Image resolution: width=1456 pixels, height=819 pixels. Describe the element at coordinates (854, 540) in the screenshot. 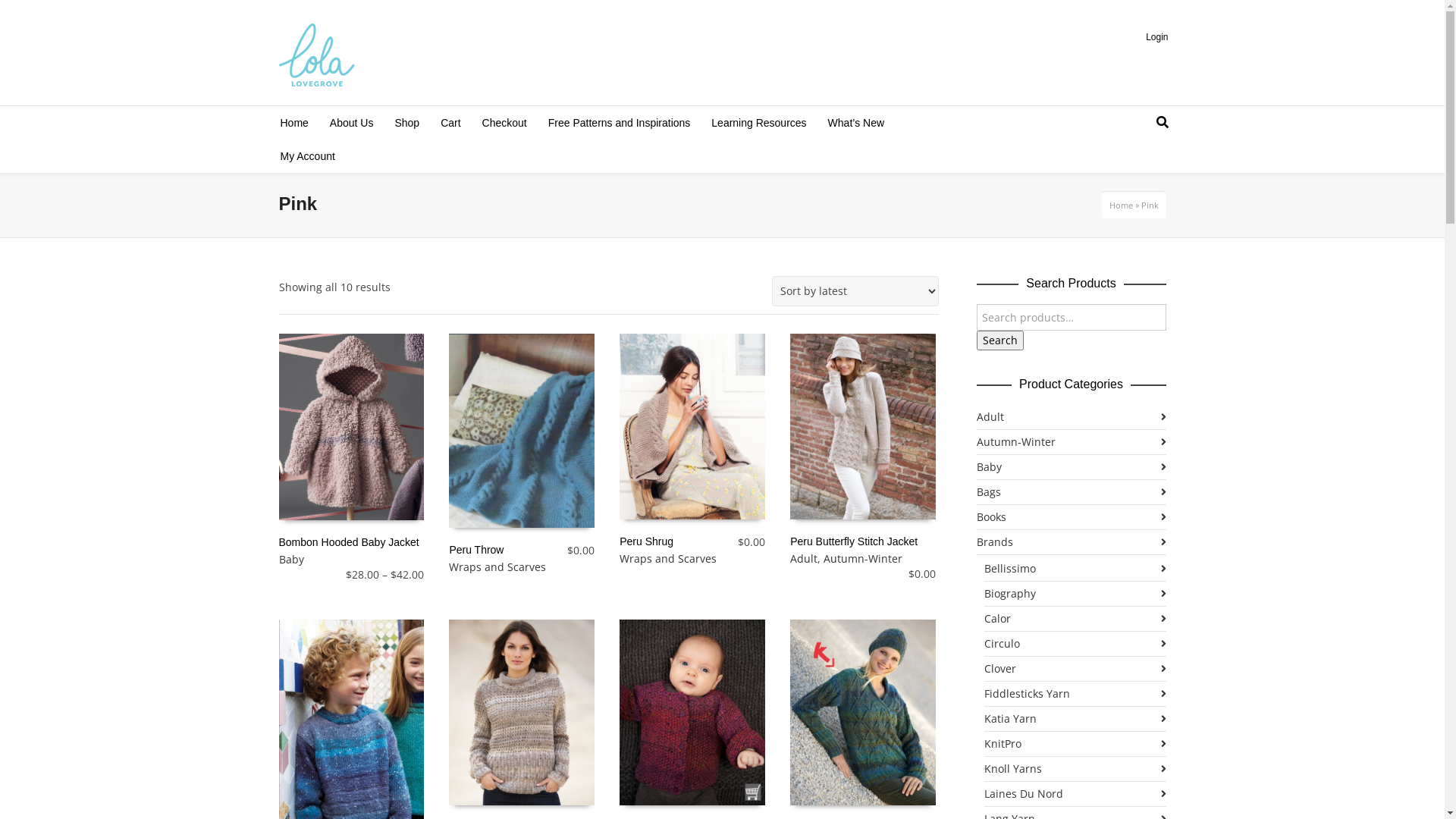

I see `'Peru Butterfly Stitch Jacket'` at that location.